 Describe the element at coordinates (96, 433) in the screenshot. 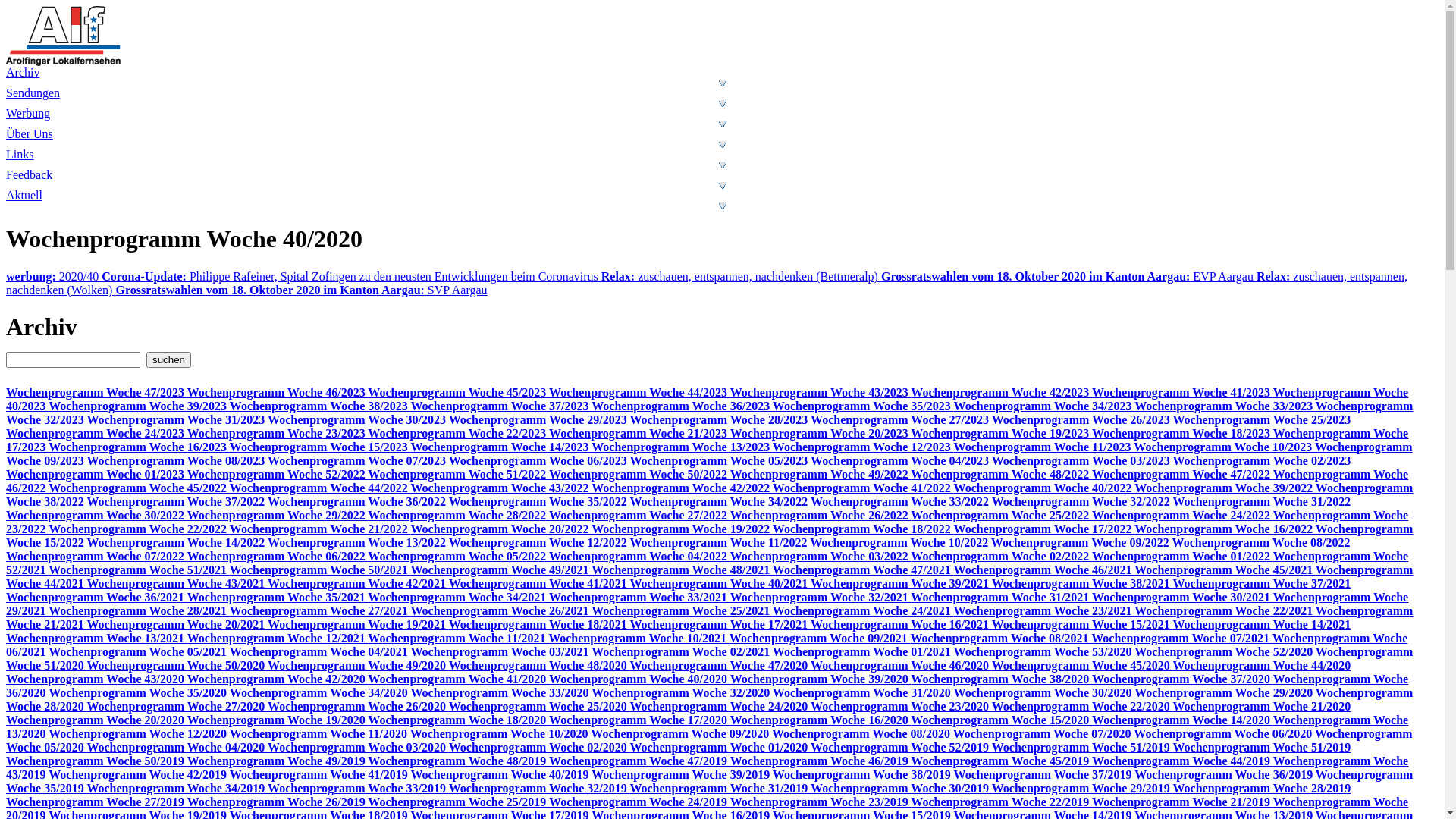

I see `'Wochenprogramm Woche 24/2023'` at that location.